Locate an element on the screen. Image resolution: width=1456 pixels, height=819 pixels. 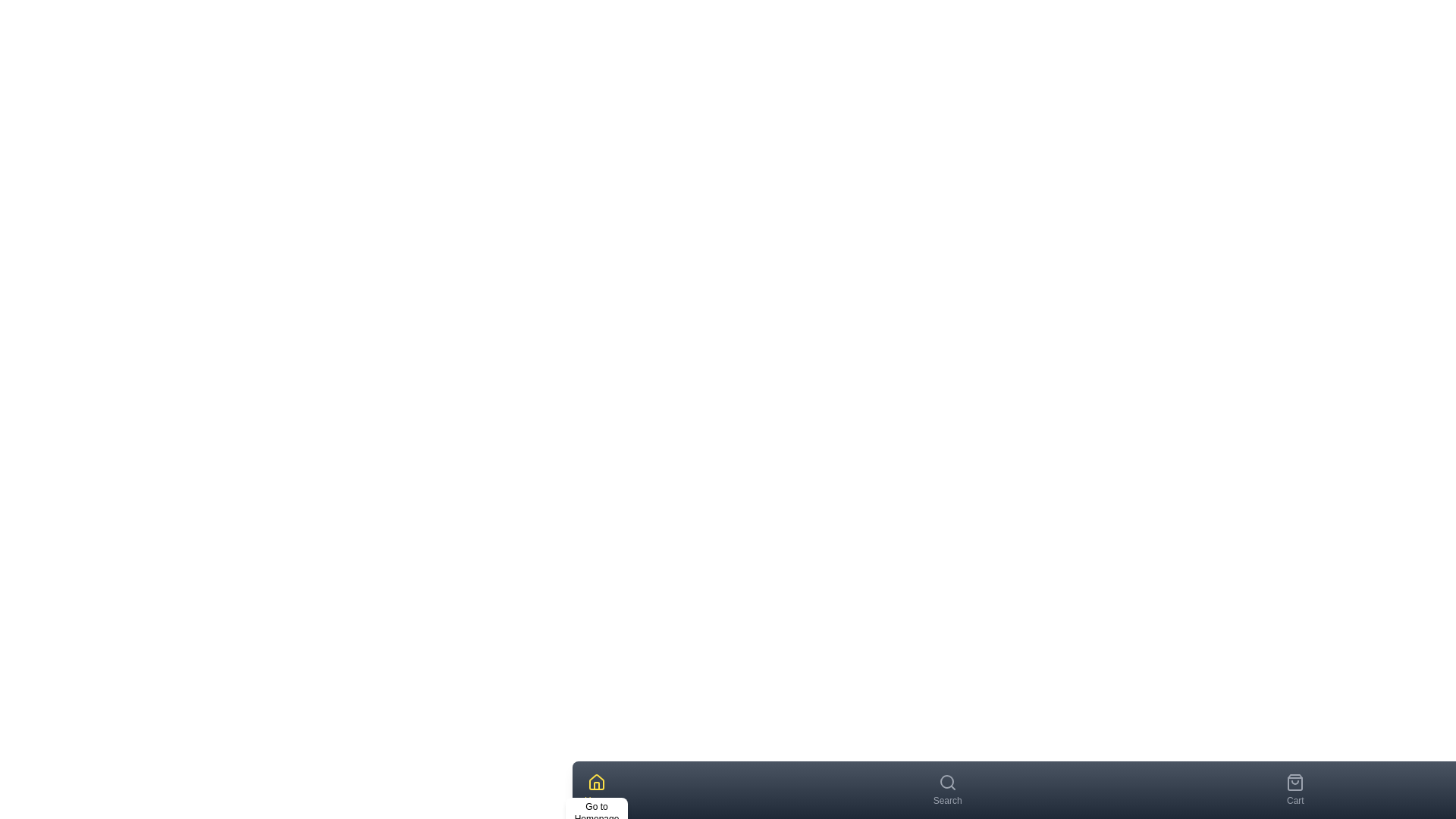
the tab corresponding to Search is located at coordinates (946, 789).